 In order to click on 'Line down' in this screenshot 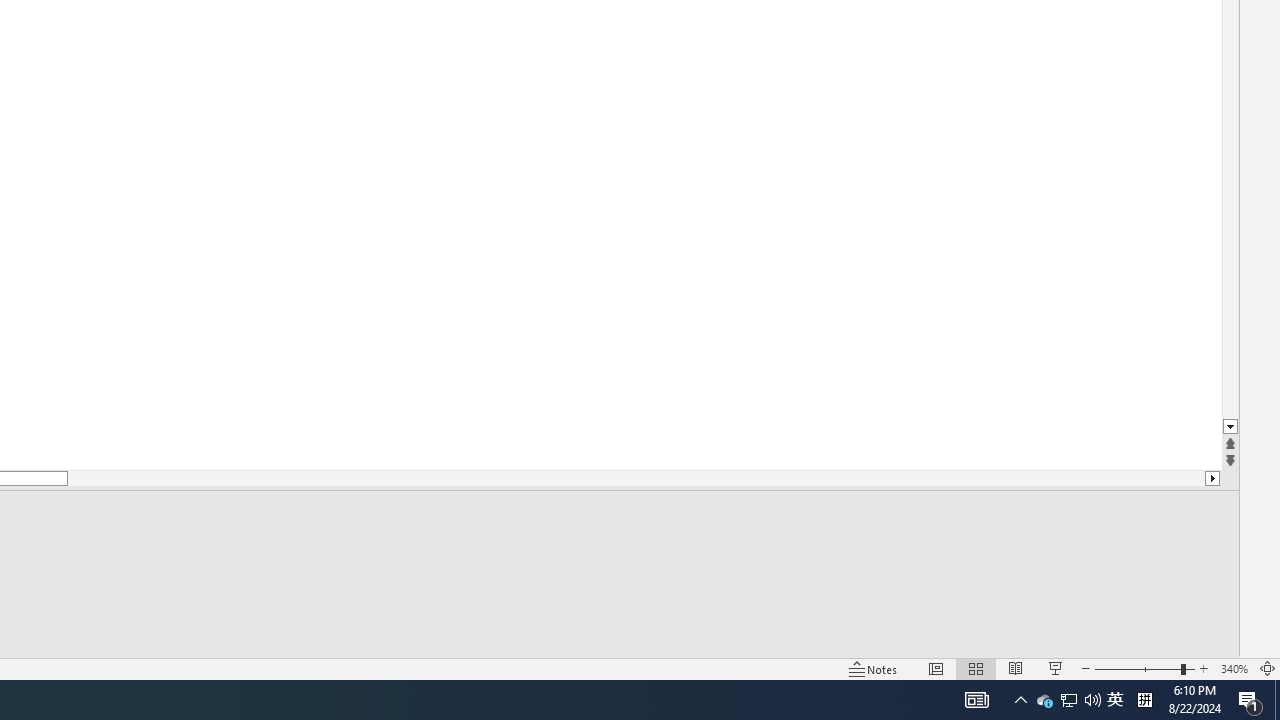, I will do `click(1229, 426)`.